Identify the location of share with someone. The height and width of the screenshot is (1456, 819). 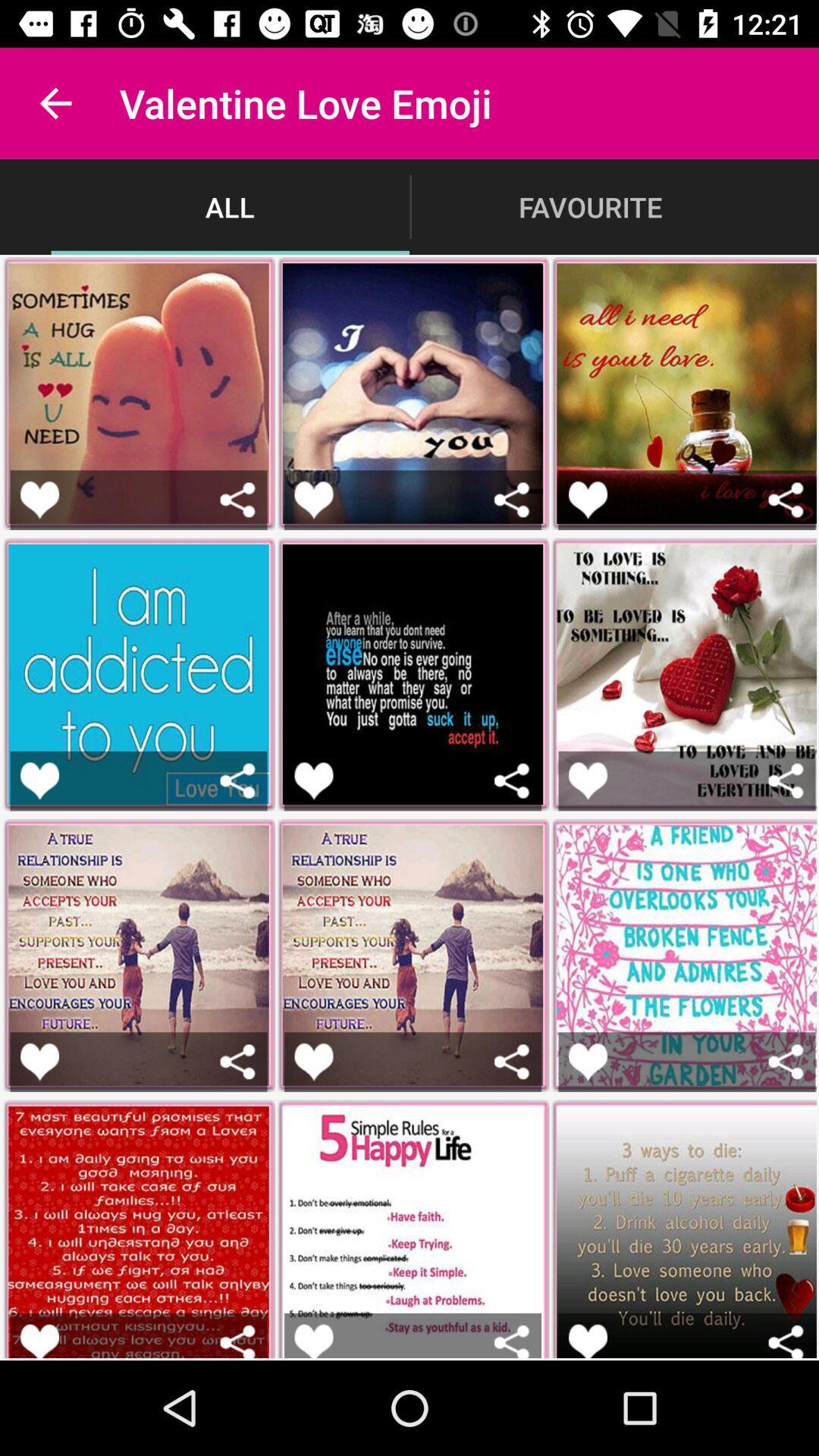
(237, 500).